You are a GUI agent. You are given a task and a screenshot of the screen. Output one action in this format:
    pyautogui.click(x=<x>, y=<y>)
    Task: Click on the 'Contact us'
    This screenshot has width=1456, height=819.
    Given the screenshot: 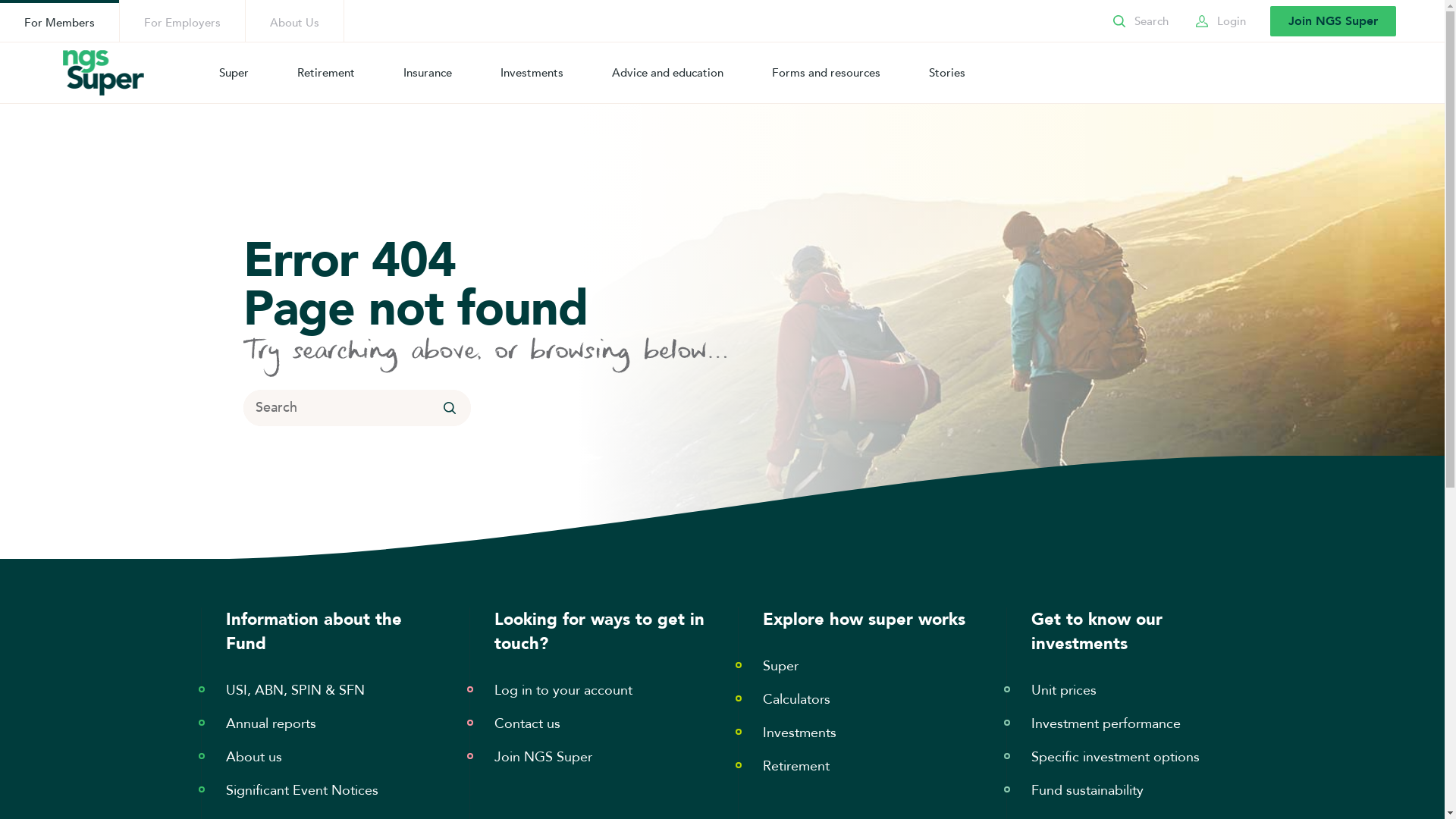 What is the action you would take?
    pyautogui.click(x=494, y=723)
    